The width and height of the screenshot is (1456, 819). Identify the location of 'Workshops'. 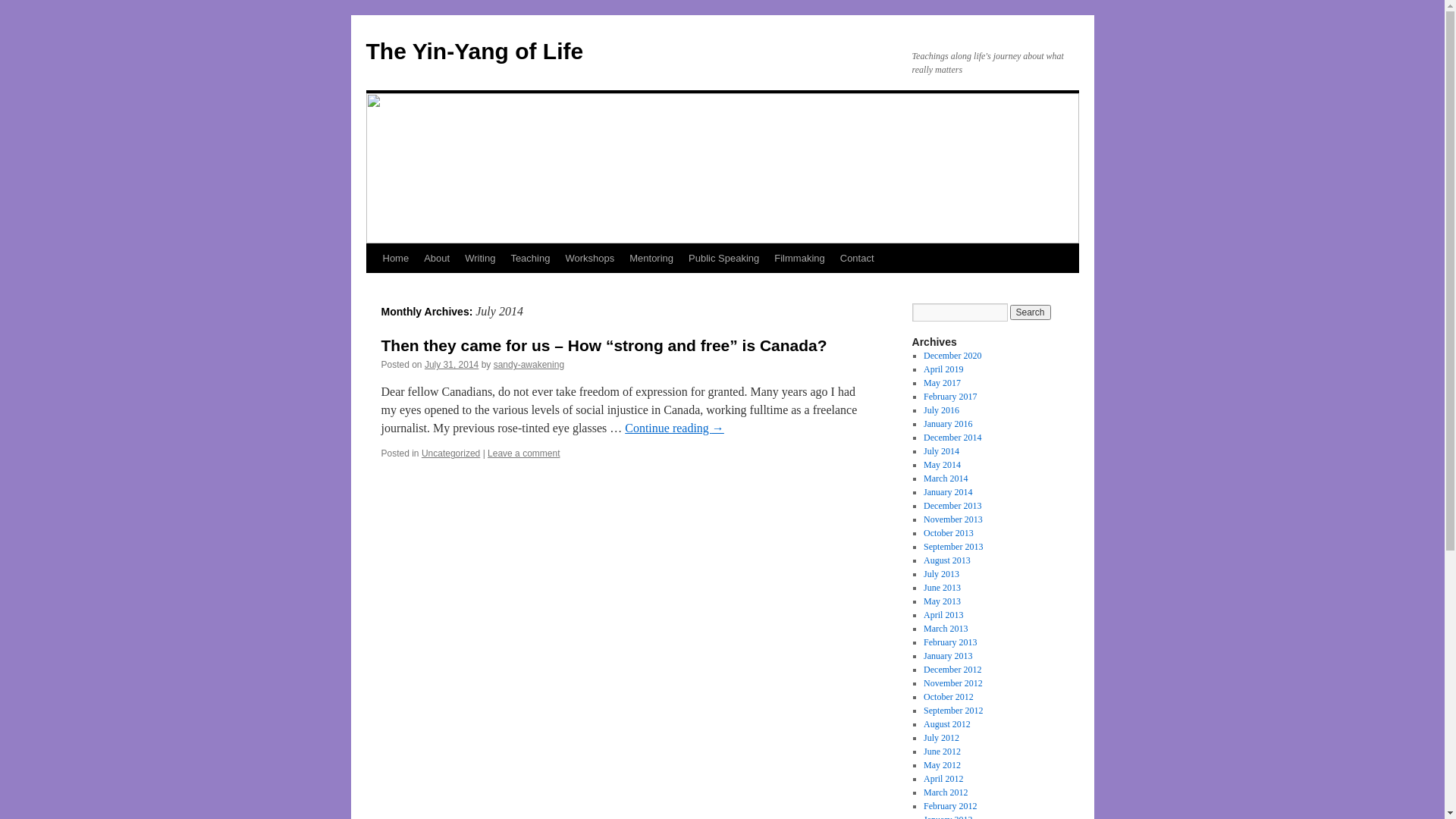
(588, 257).